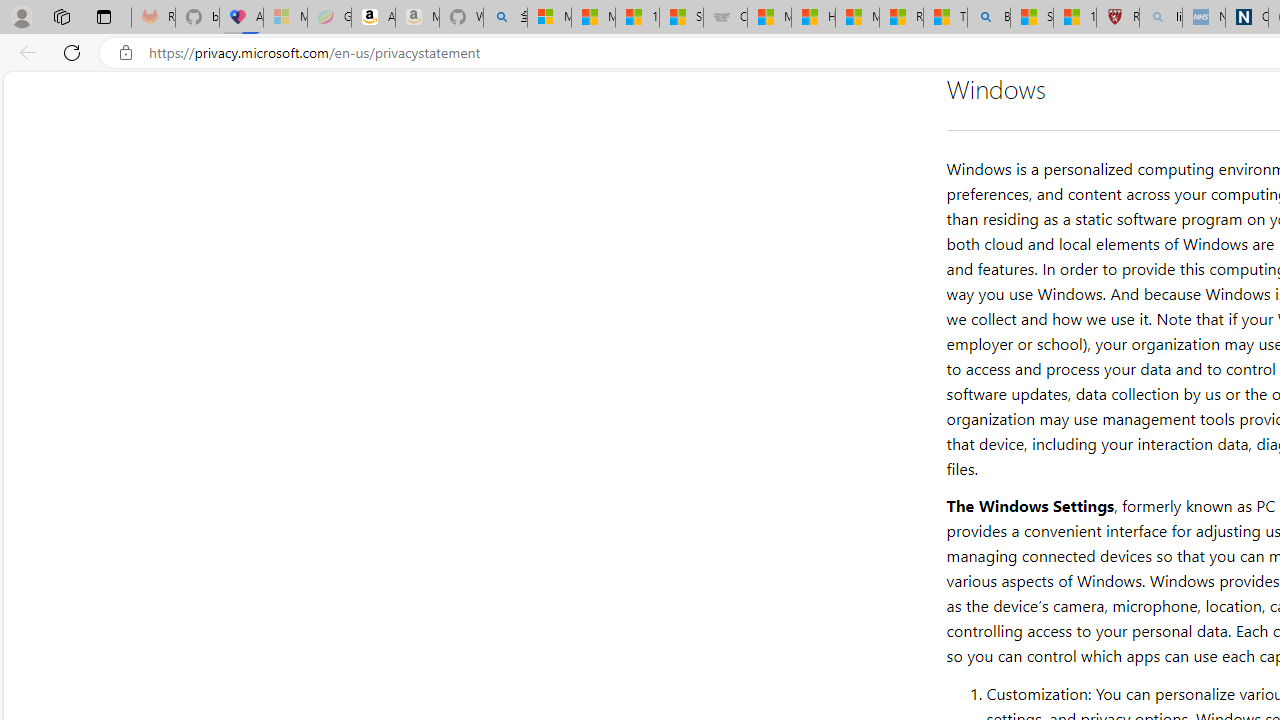 The width and height of the screenshot is (1280, 720). I want to click on 'Recipes - MSN', so click(900, 17).